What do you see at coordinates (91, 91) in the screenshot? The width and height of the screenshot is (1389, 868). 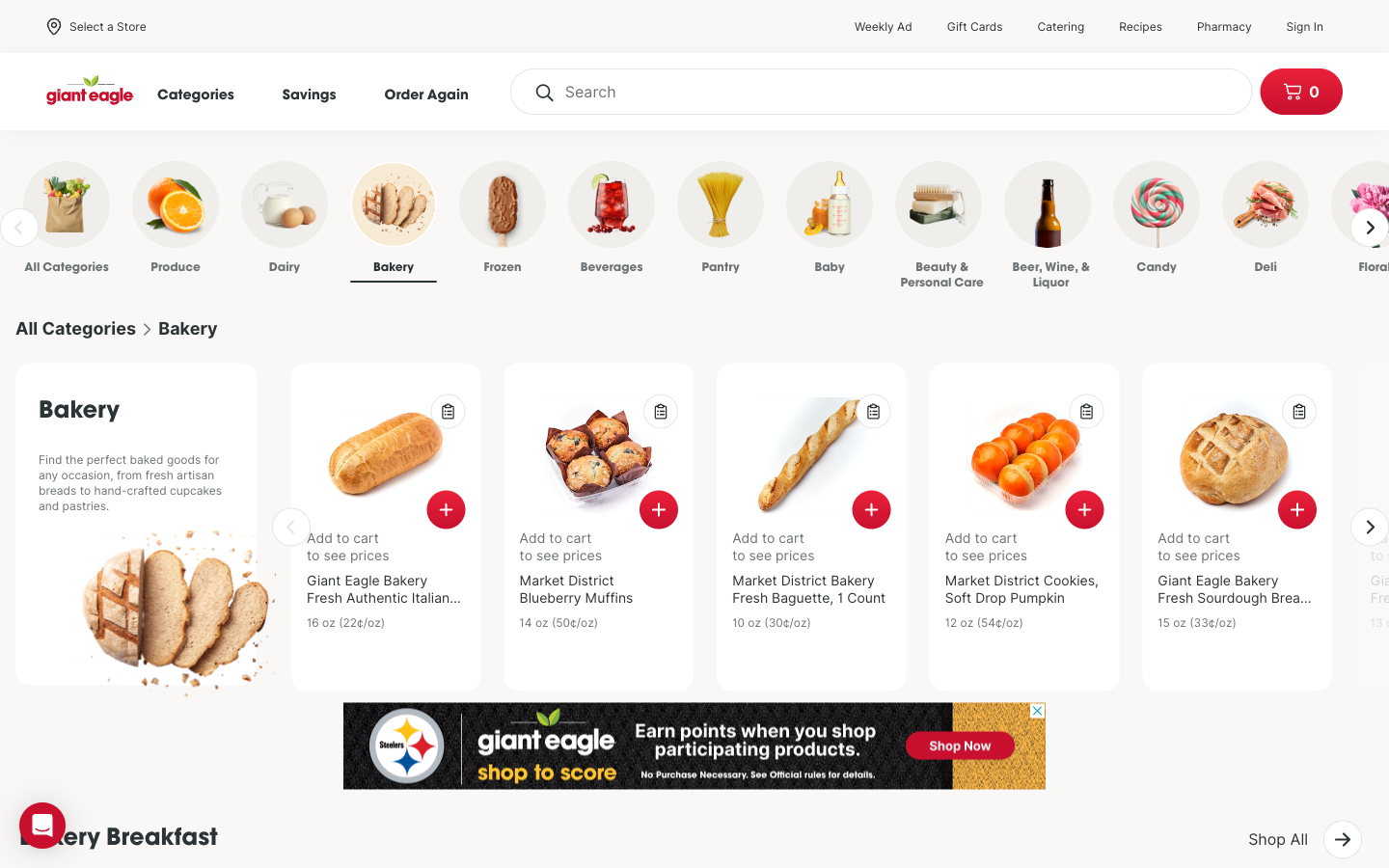 I see `Home Page of Giant Eagle` at bounding box center [91, 91].